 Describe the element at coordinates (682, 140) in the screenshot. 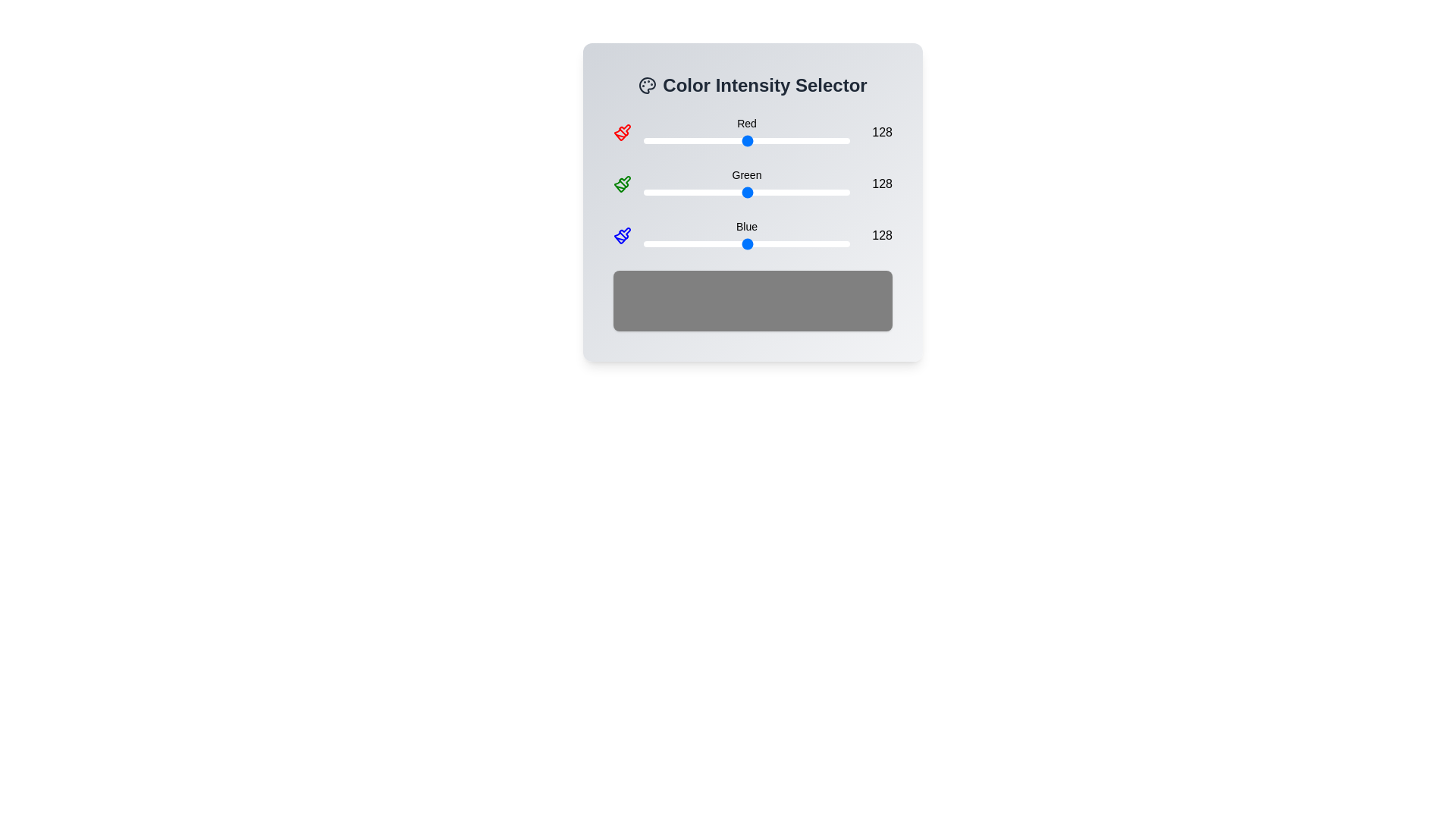

I see `the red color intensity` at that location.